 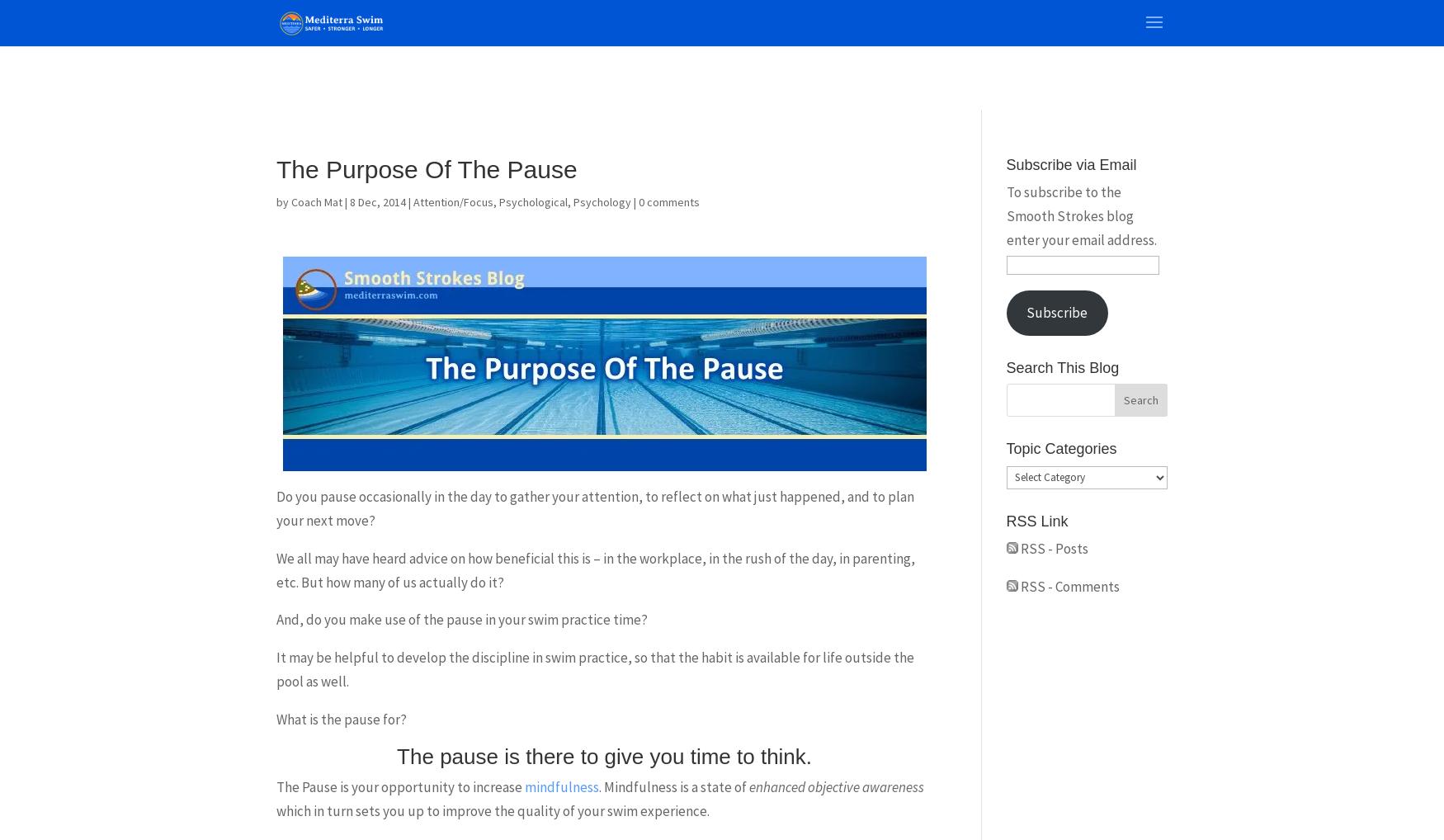 What do you see at coordinates (1061, 366) in the screenshot?
I see `'Search This Blog'` at bounding box center [1061, 366].